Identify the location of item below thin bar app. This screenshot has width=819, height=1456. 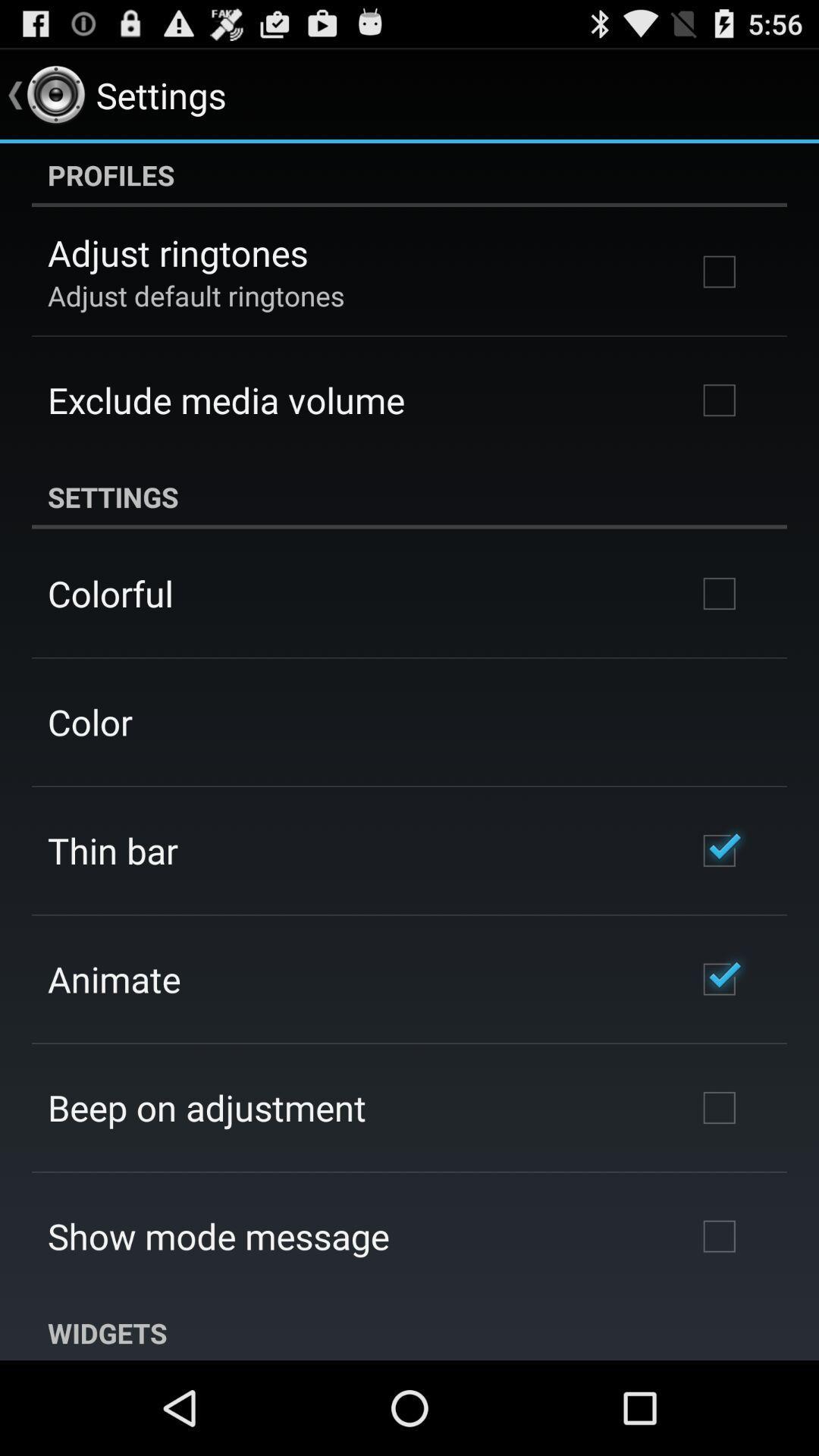
(113, 979).